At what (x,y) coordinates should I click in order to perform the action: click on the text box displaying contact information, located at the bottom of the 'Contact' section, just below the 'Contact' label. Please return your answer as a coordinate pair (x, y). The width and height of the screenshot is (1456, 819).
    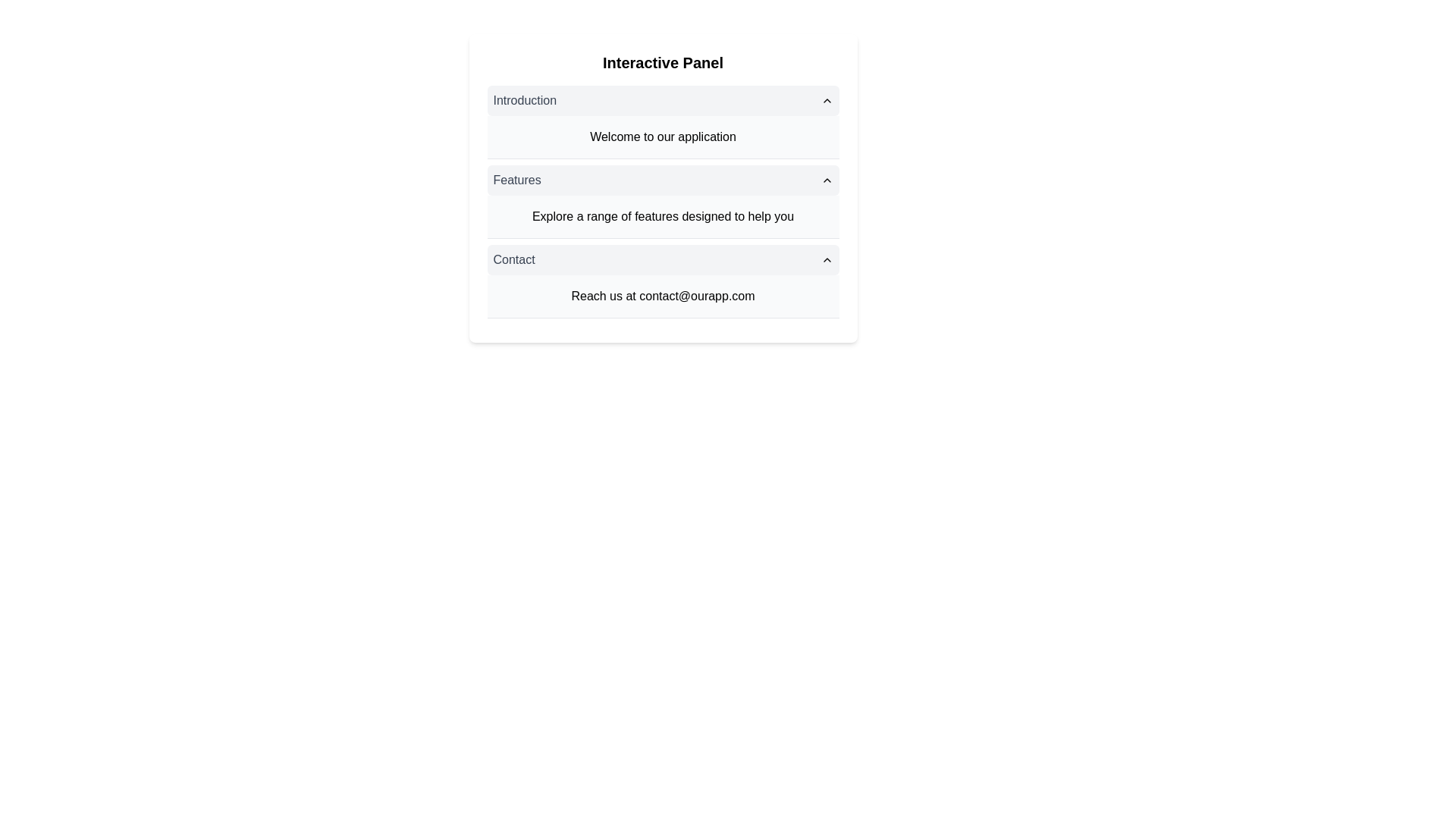
    Looking at the image, I should click on (663, 297).